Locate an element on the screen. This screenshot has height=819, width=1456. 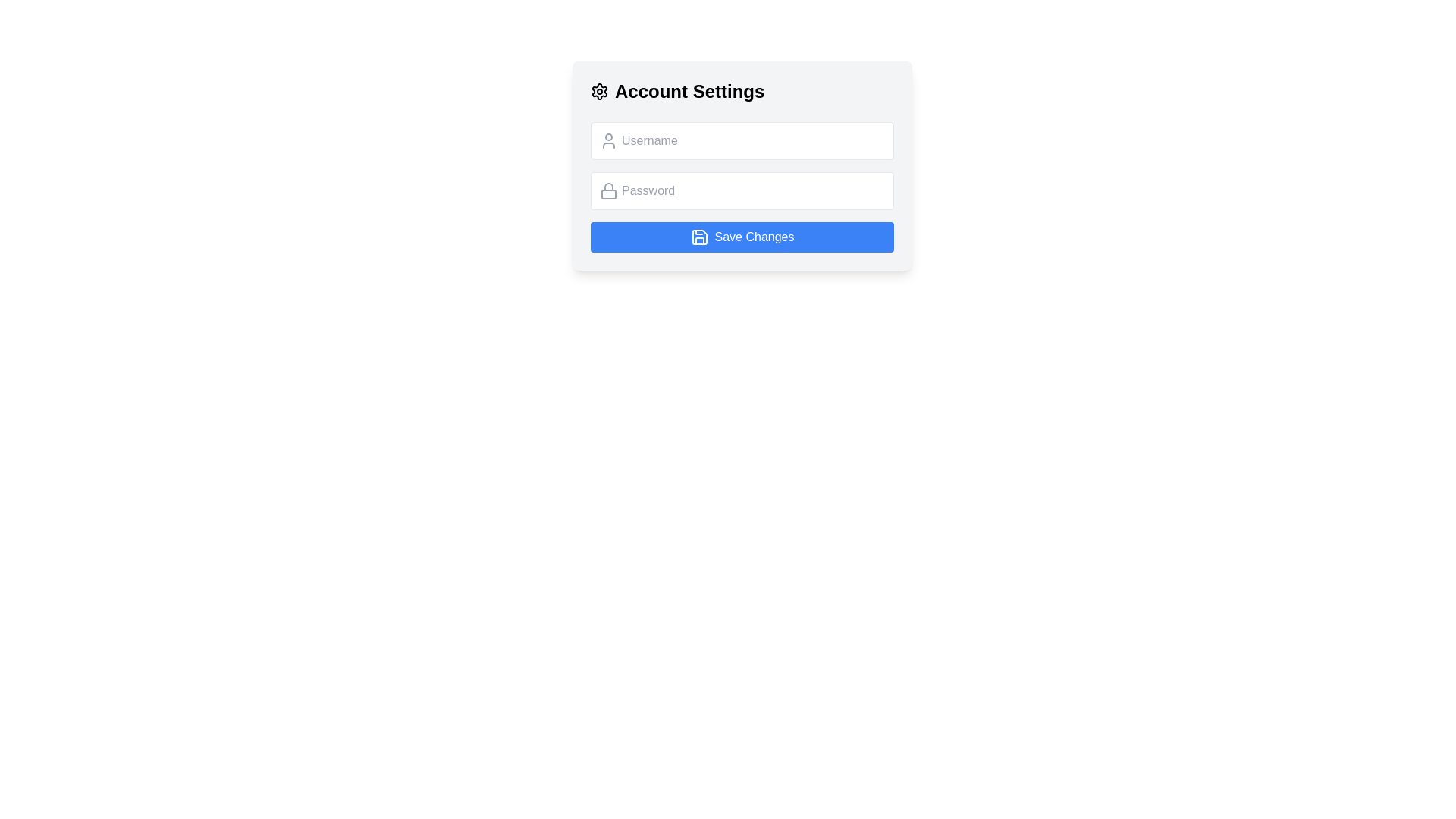
the lock body icon, which is a rectangular shape with rounded corners, located to the left of the 'Password' input field in the 'Account Settings' form is located at coordinates (608, 193).